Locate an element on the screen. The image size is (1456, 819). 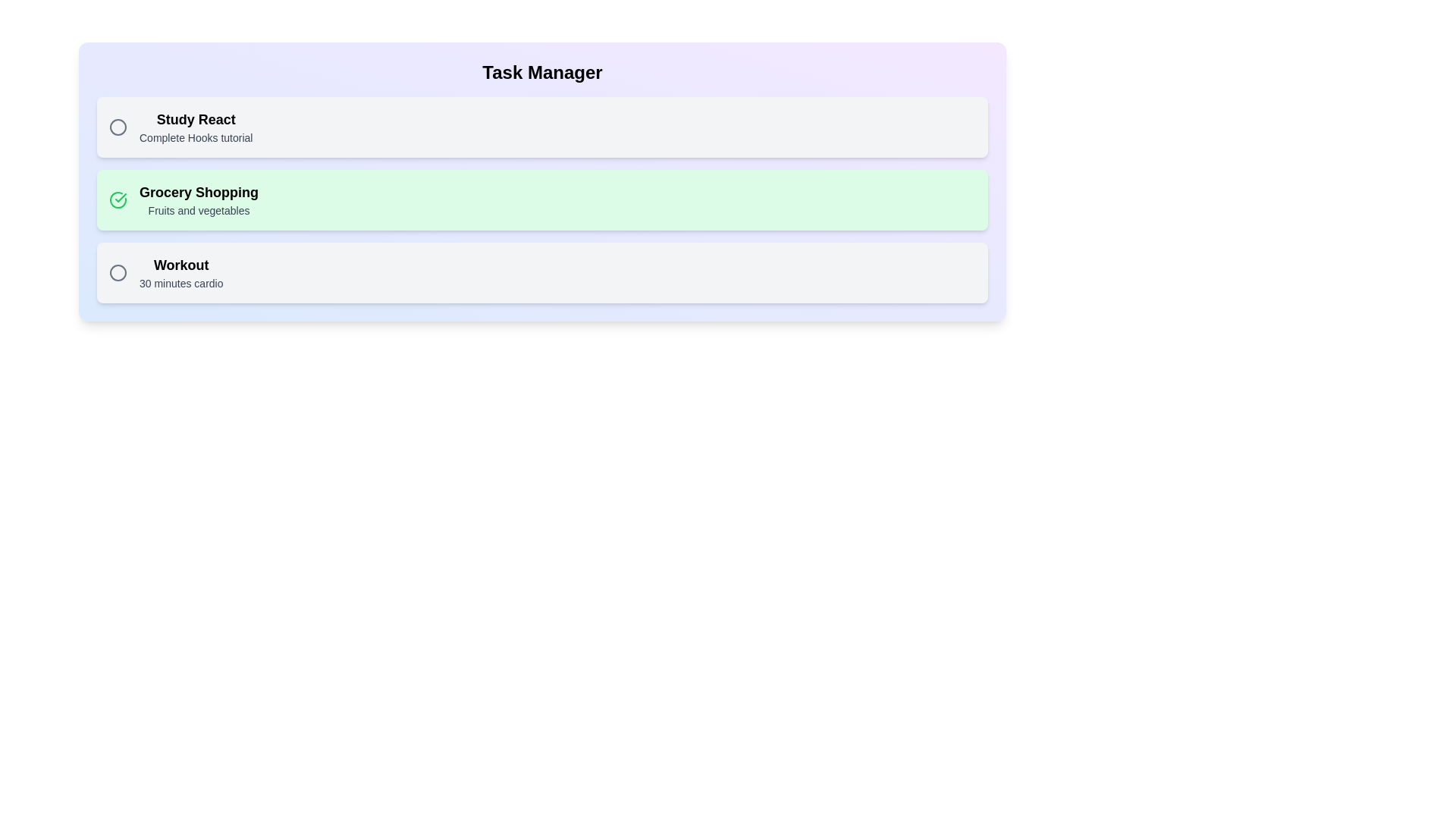
the green checkmark icon button indicating task completion next to 'Grocery Shopping' is located at coordinates (118, 199).